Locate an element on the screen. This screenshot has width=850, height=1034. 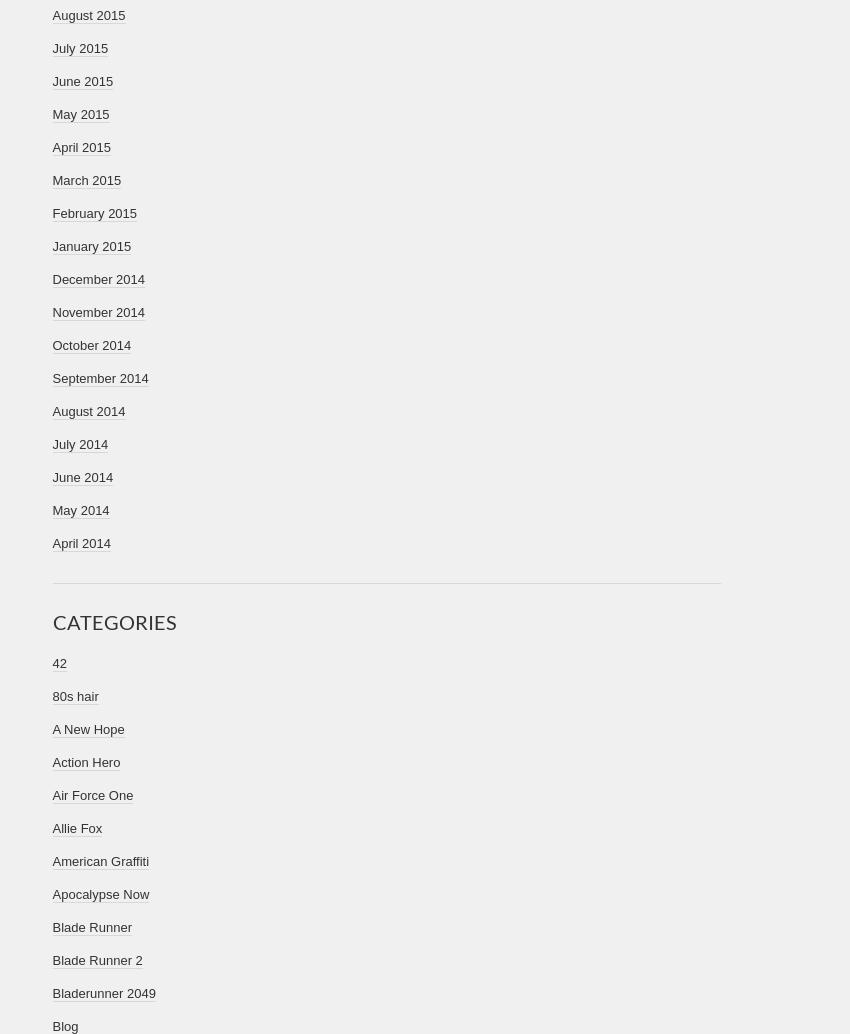
'July 2015' is located at coordinates (79, 48).